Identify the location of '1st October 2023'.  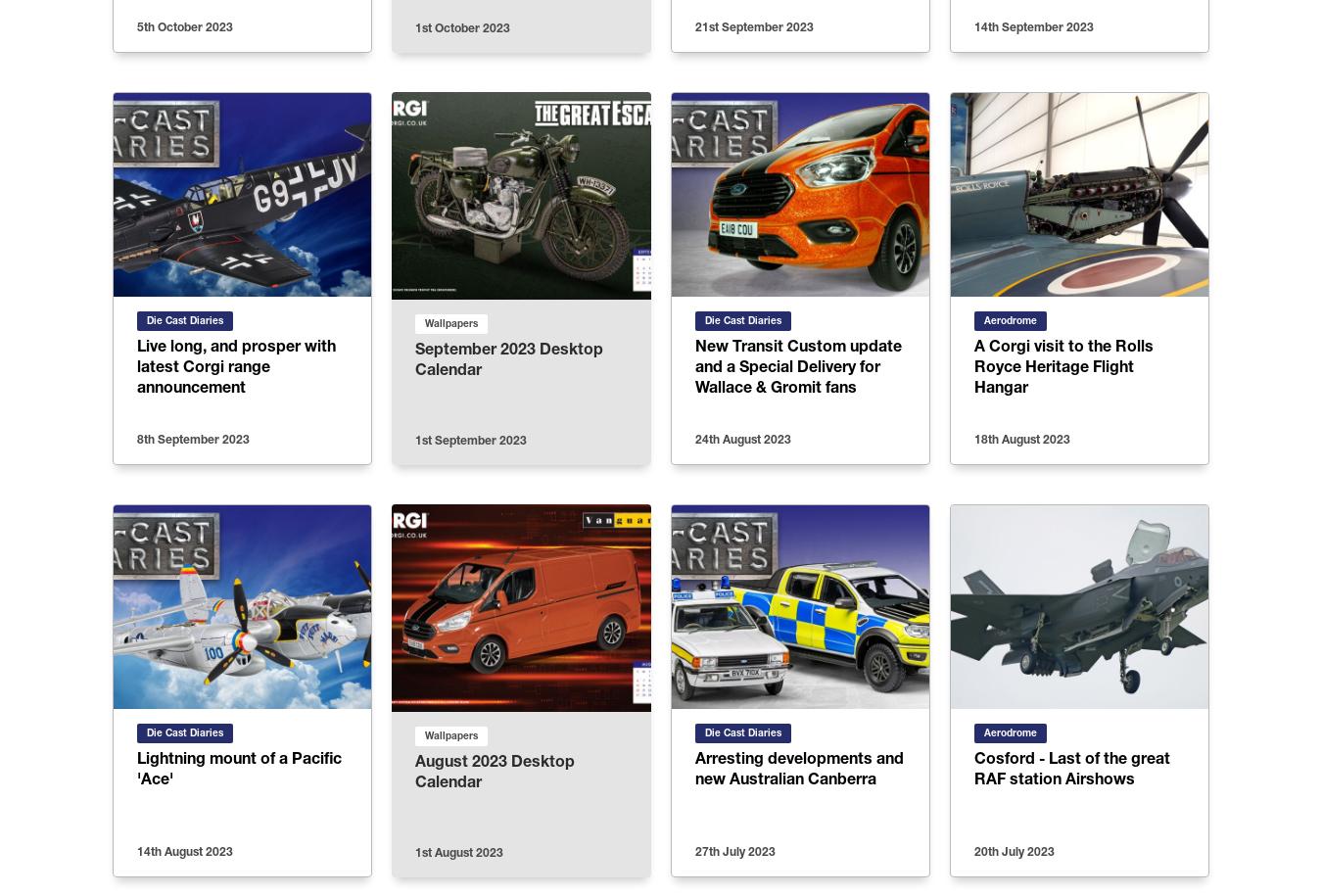
(461, 27).